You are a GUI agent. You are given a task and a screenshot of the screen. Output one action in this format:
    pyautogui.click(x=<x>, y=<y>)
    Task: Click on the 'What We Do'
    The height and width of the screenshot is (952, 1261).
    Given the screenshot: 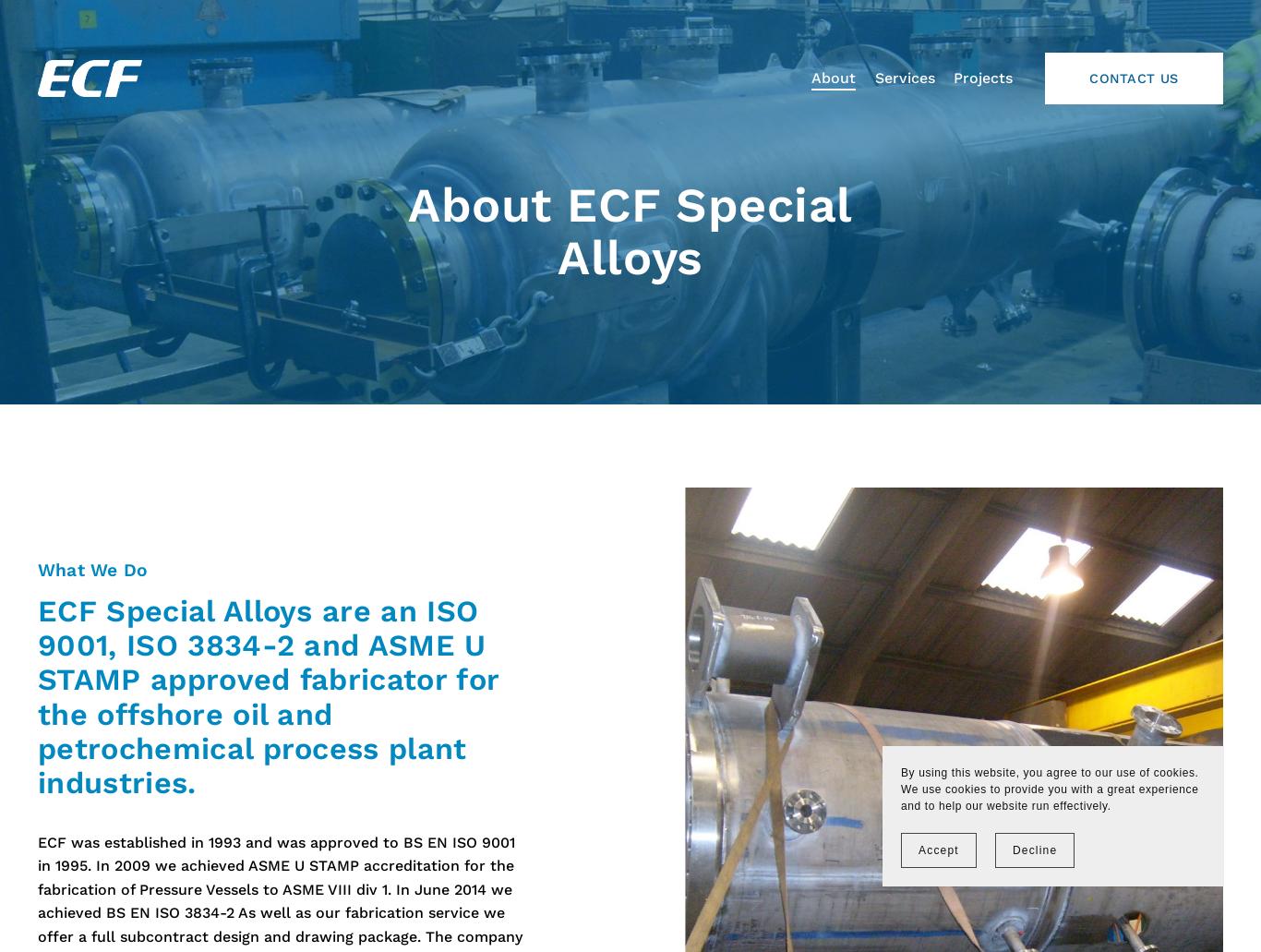 What is the action you would take?
    pyautogui.click(x=91, y=569)
    